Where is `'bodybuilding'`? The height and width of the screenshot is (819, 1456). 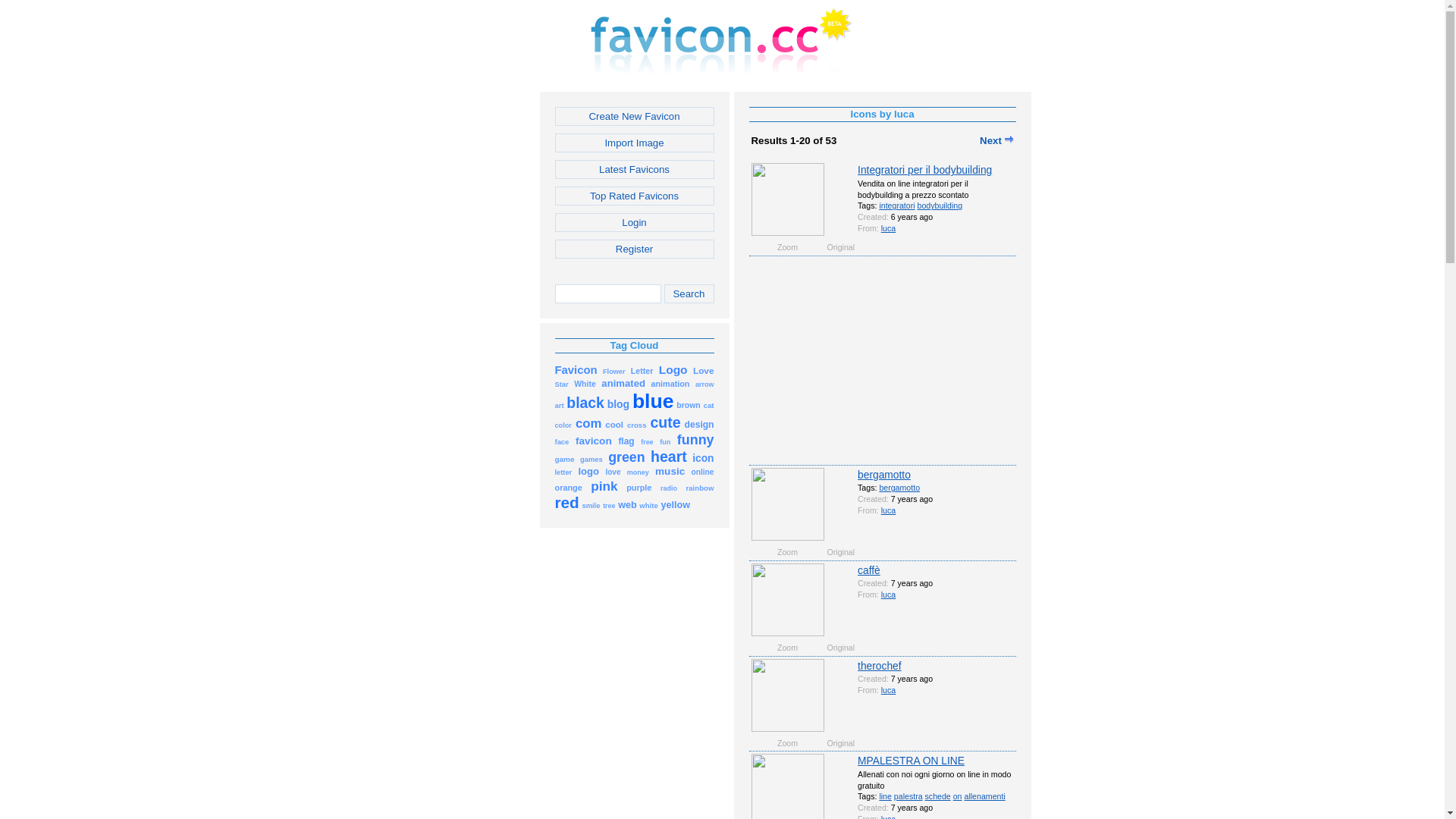
'bodybuilding' is located at coordinates (939, 205).